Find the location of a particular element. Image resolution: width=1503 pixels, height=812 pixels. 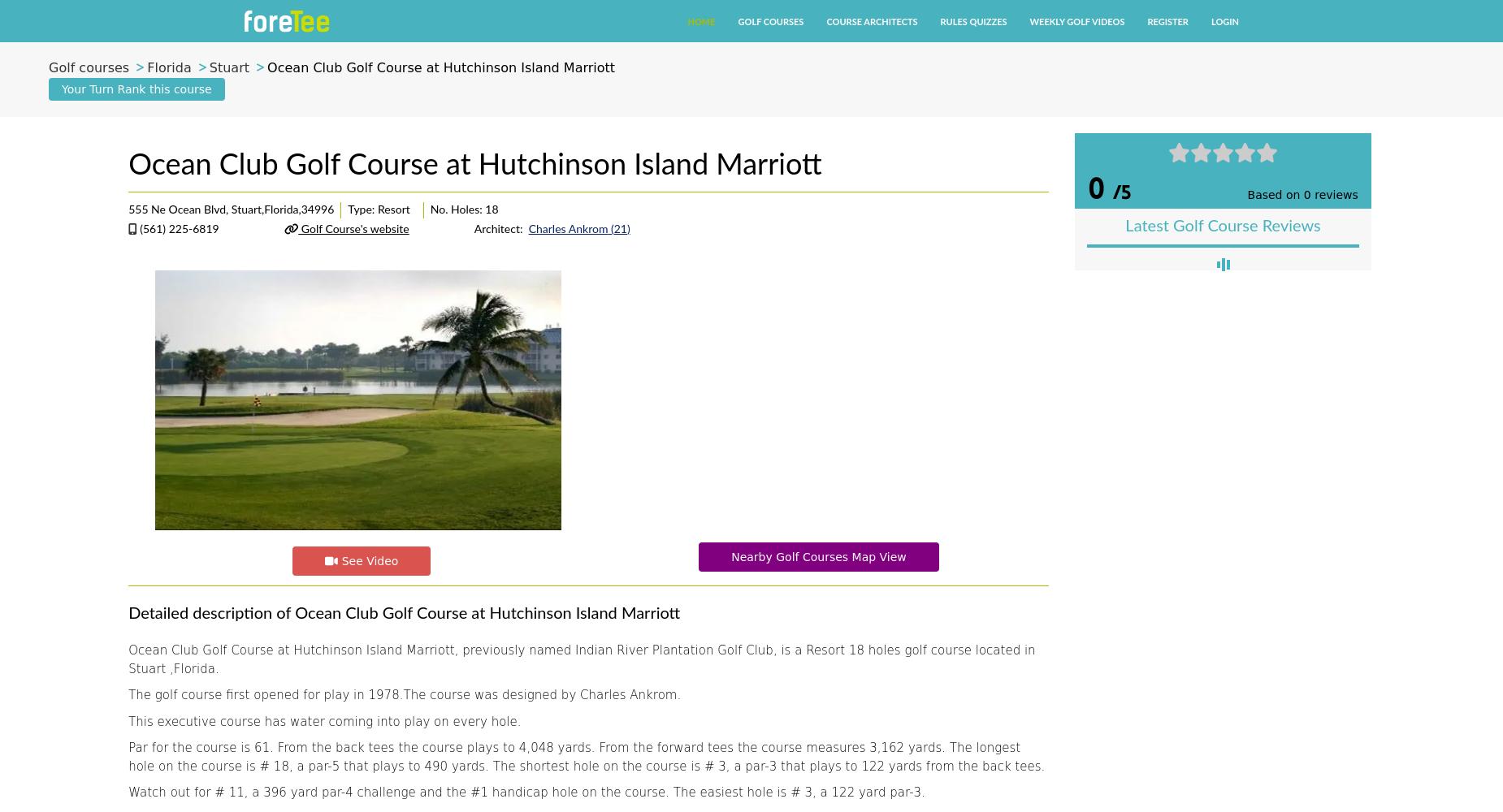

'The golf course first opened for play in 1978.The course was designed by Charles Ankrom.' is located at coordinates (127, 694).